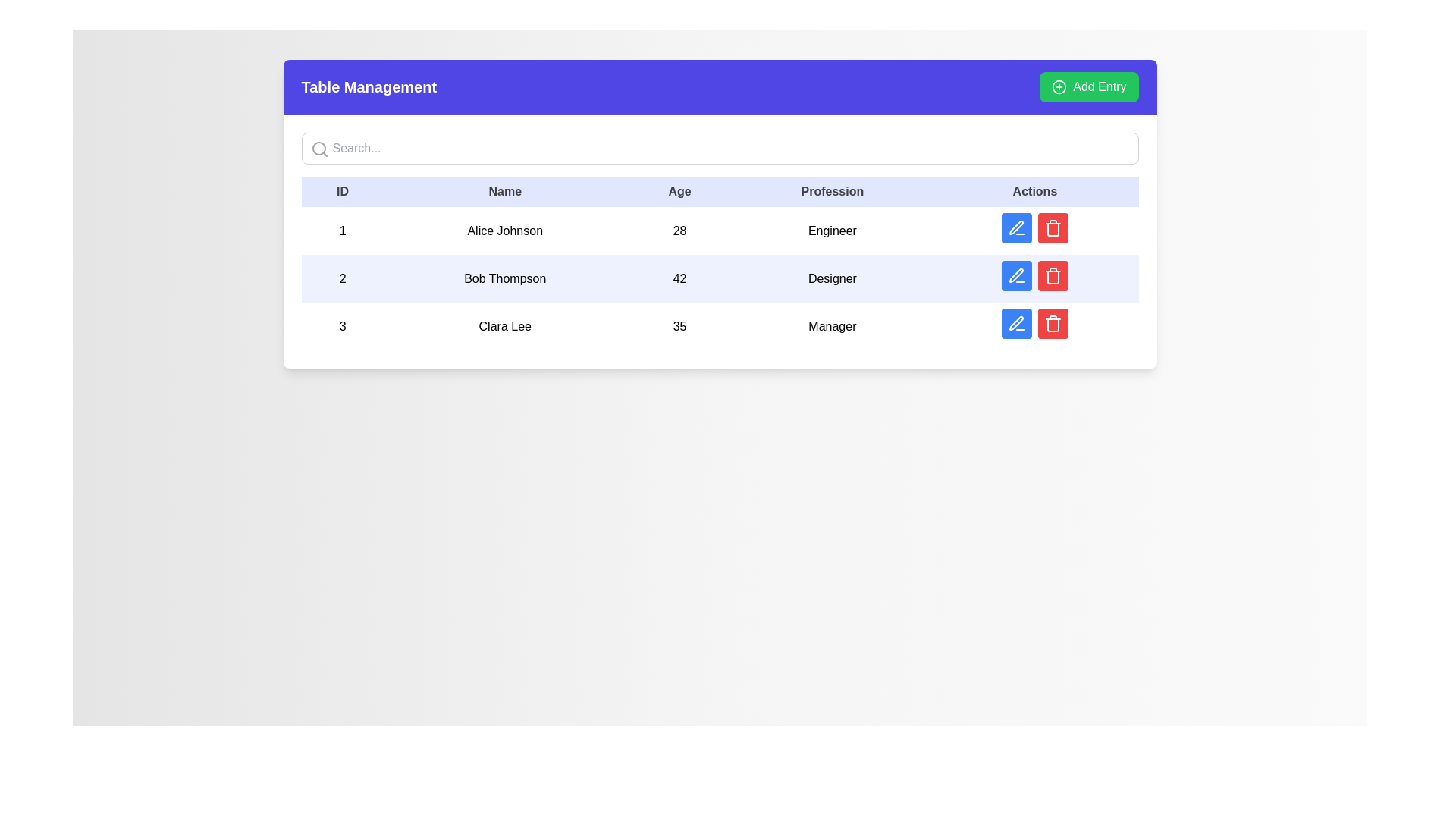  What do you see at coordinates (505, 325) in the screenshot?
I see `the text label indicating the name 'Clara Lee' in the 'Name' column of the third row in the table` at bounding box center [505, 325].